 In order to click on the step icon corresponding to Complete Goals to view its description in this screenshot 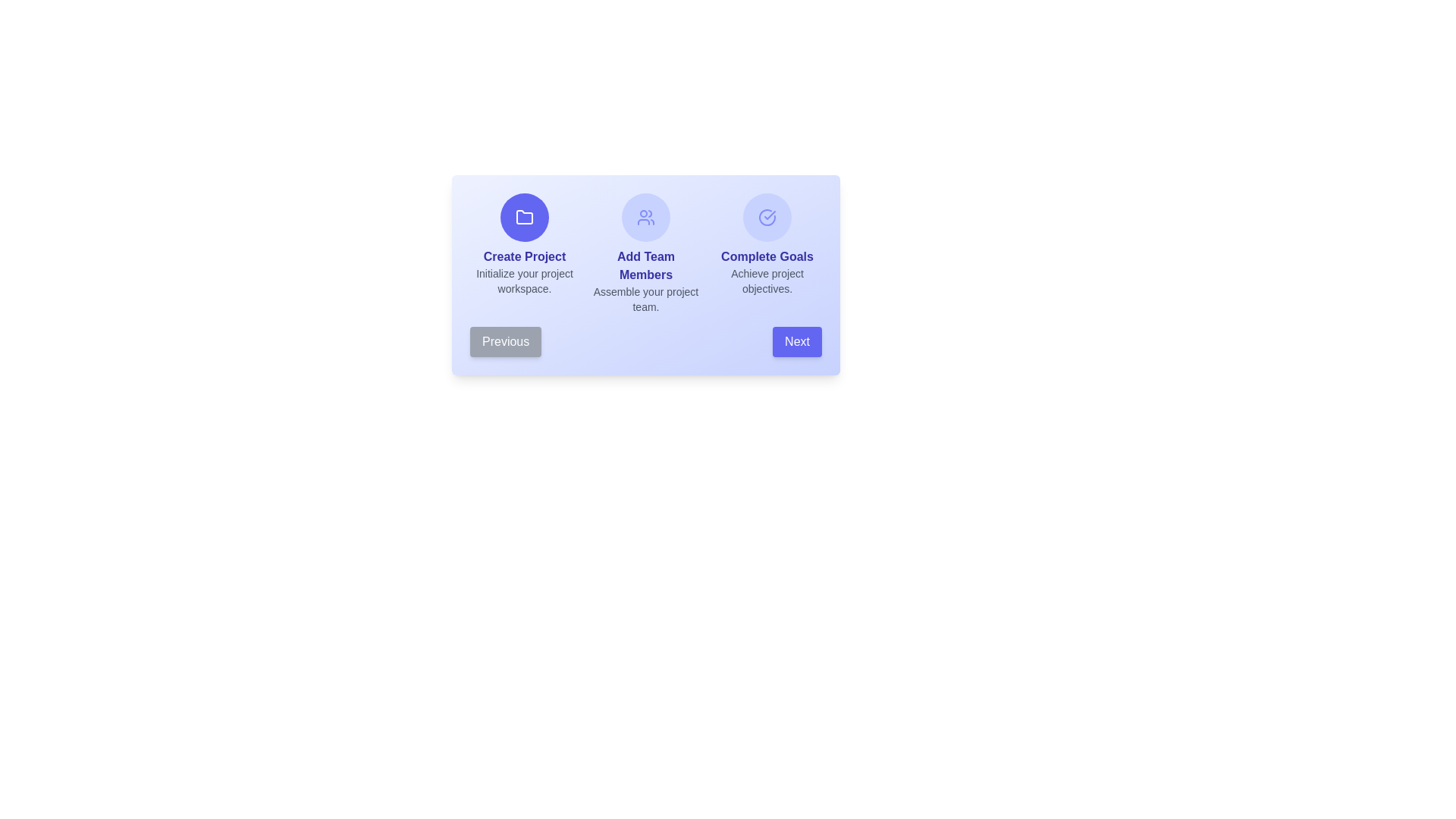, I will do `click(767, 217)`.